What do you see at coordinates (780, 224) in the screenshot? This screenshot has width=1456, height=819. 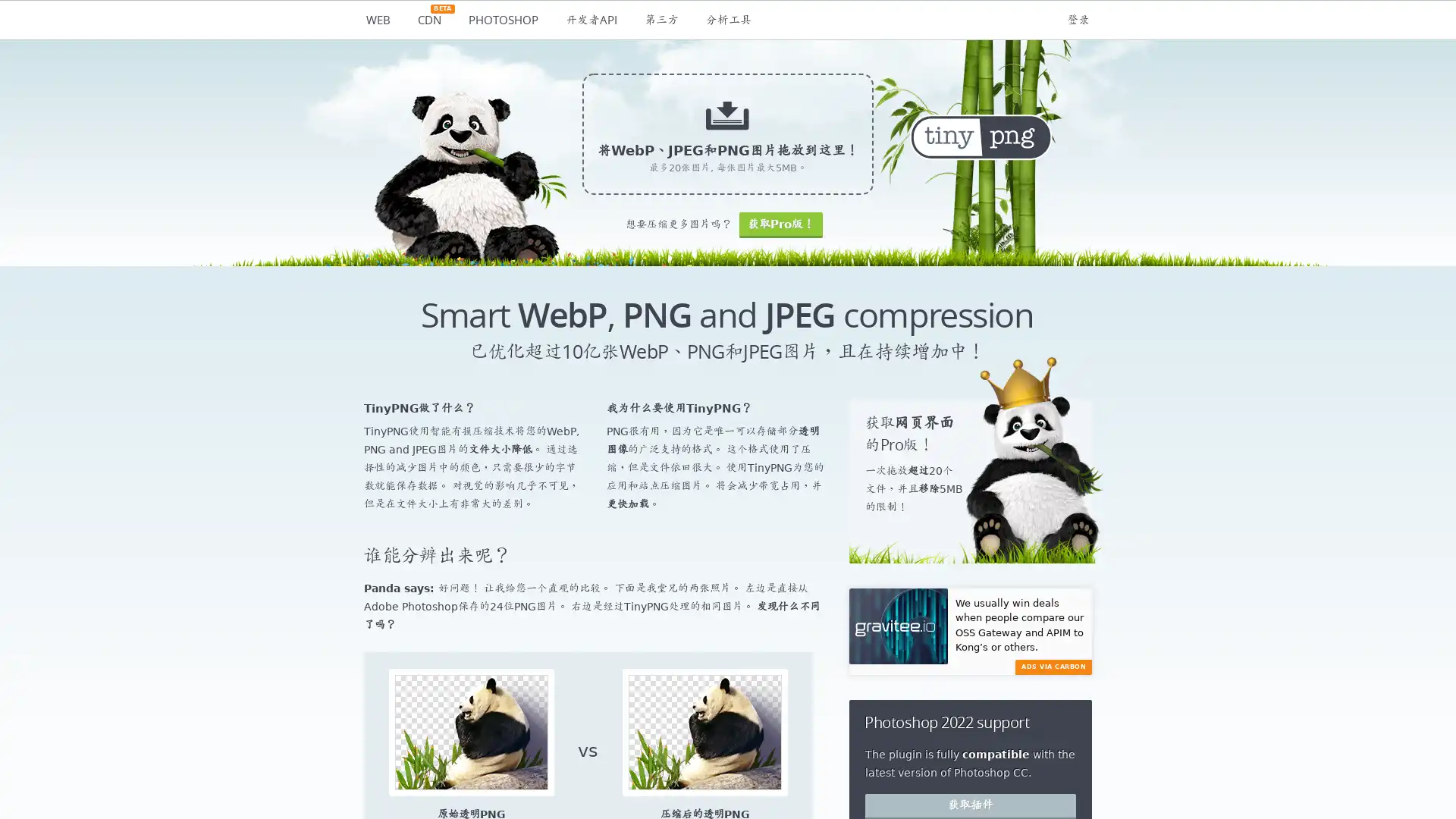 I see `Pro!` at bounding box center [780, 224].